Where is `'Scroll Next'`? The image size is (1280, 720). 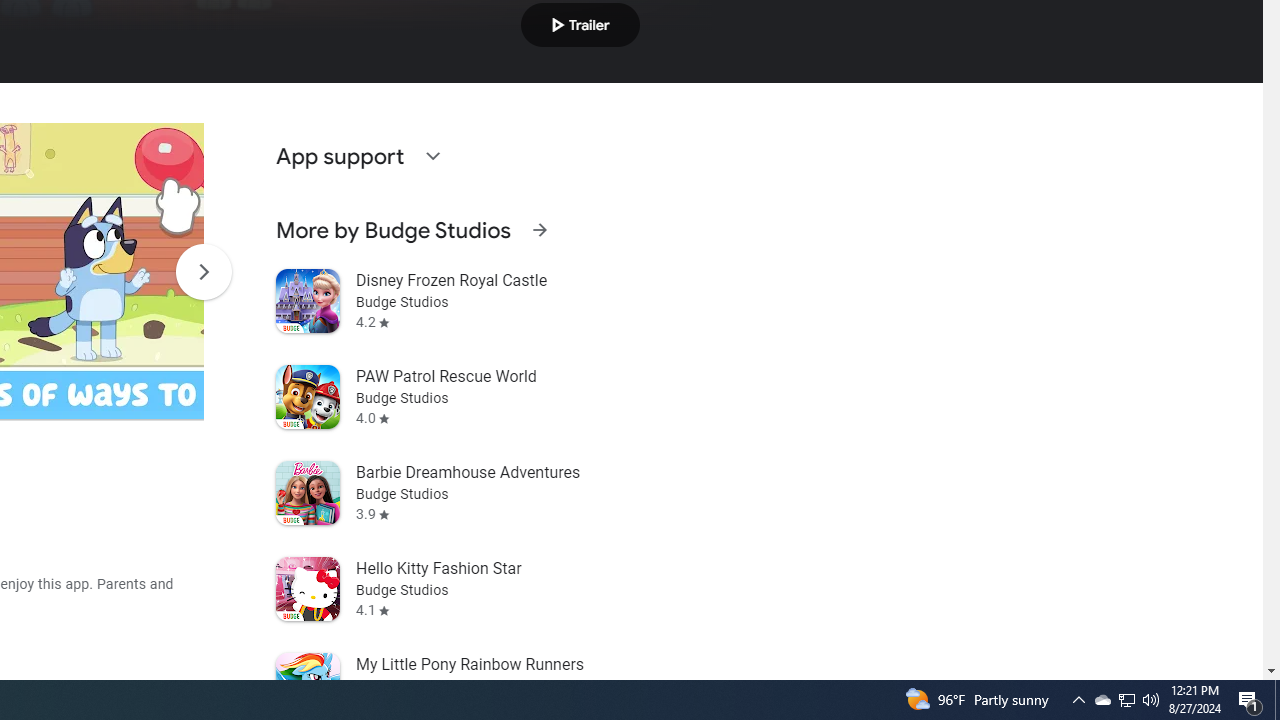 'Scroll Next' is located at coordinates (203, 272).